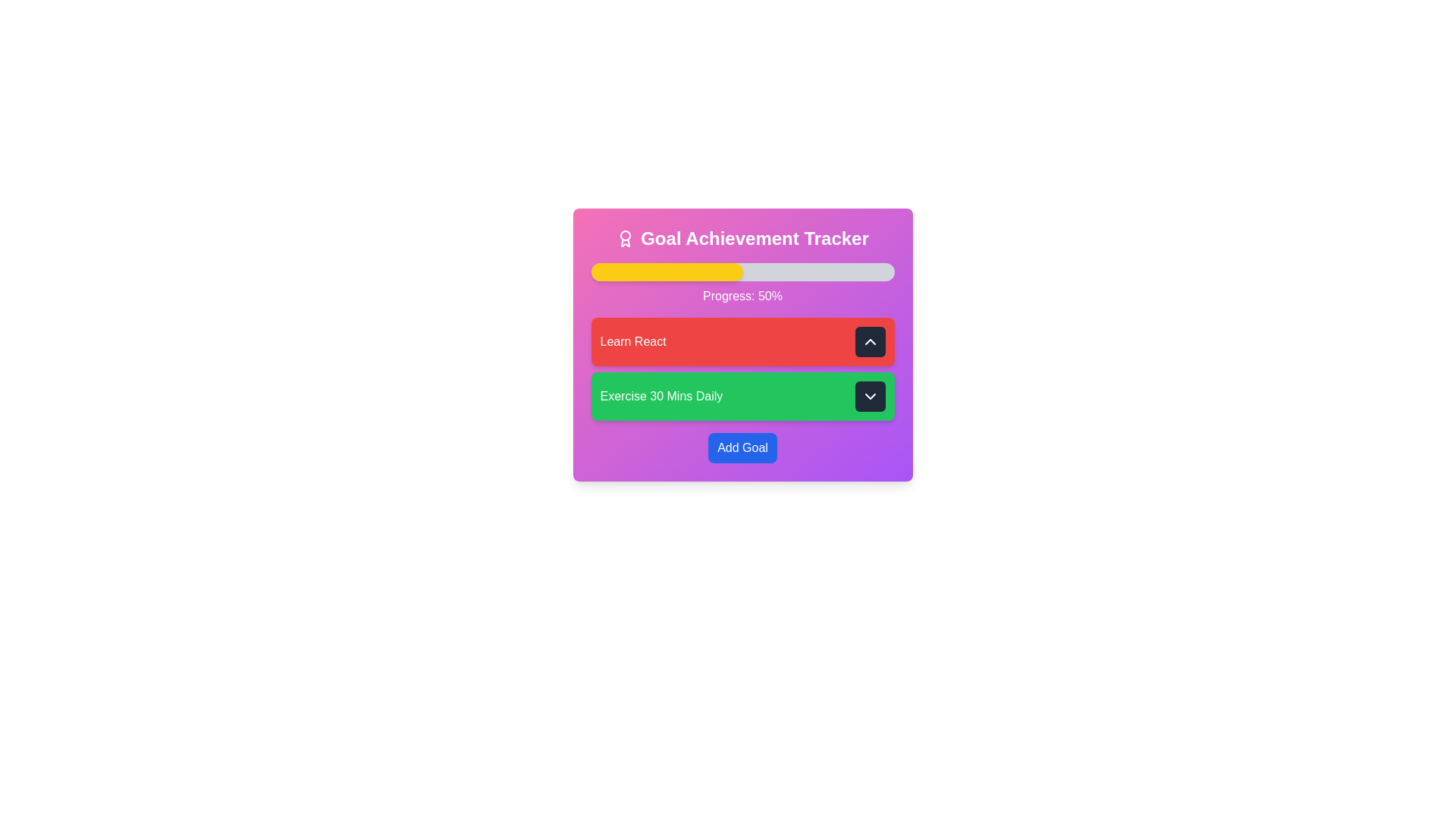  What do you see at coordinates (661, 396) in the screenshot?
I see `the non-interactive text label that displays the title or description of a task in the green box of the goal tracker interface to observe any hover effects` at bounding box center [661, 396].